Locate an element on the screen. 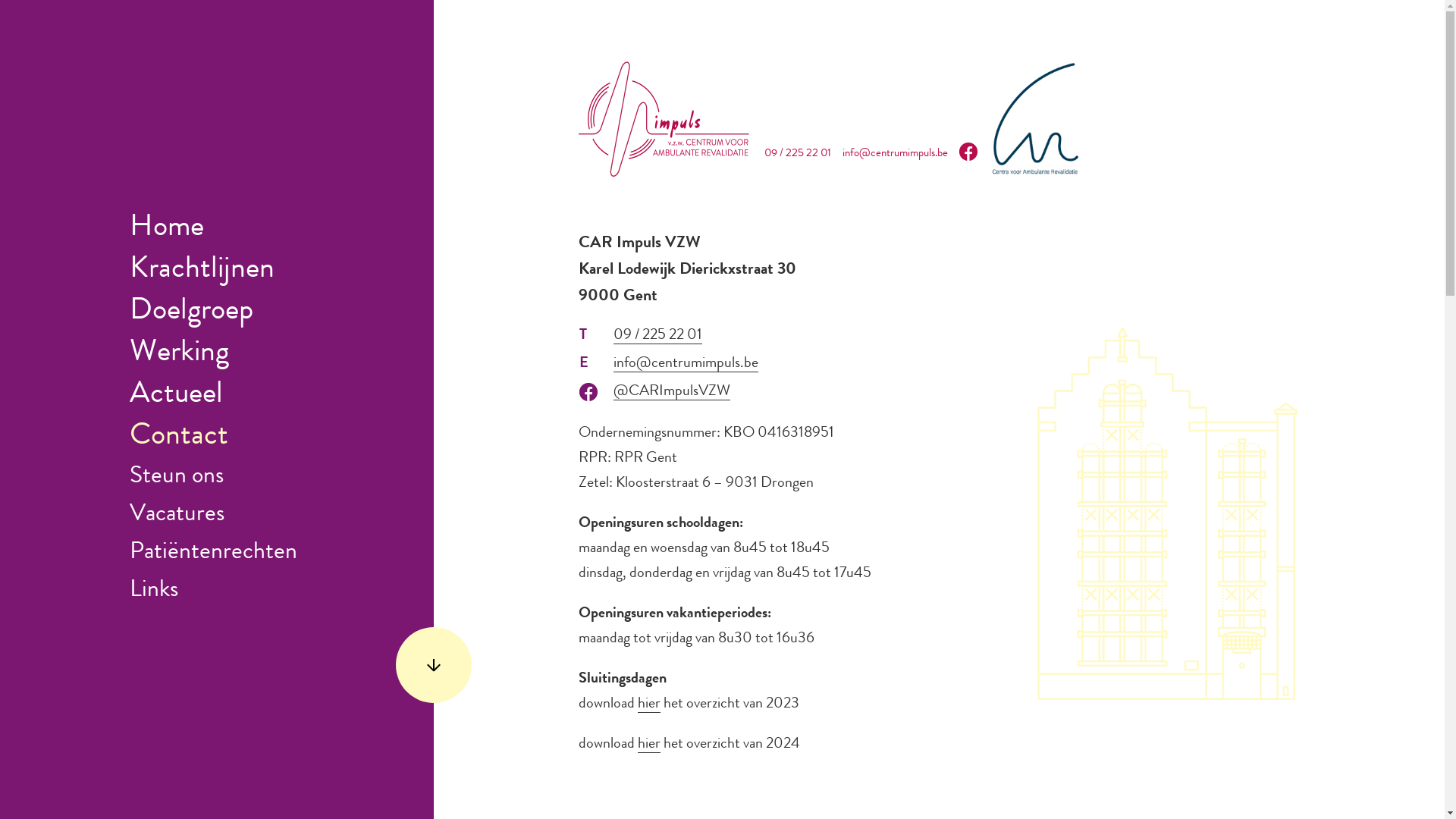 The image size is (1456, 819). 'Vacatures' is located at coordinates (177, 514).